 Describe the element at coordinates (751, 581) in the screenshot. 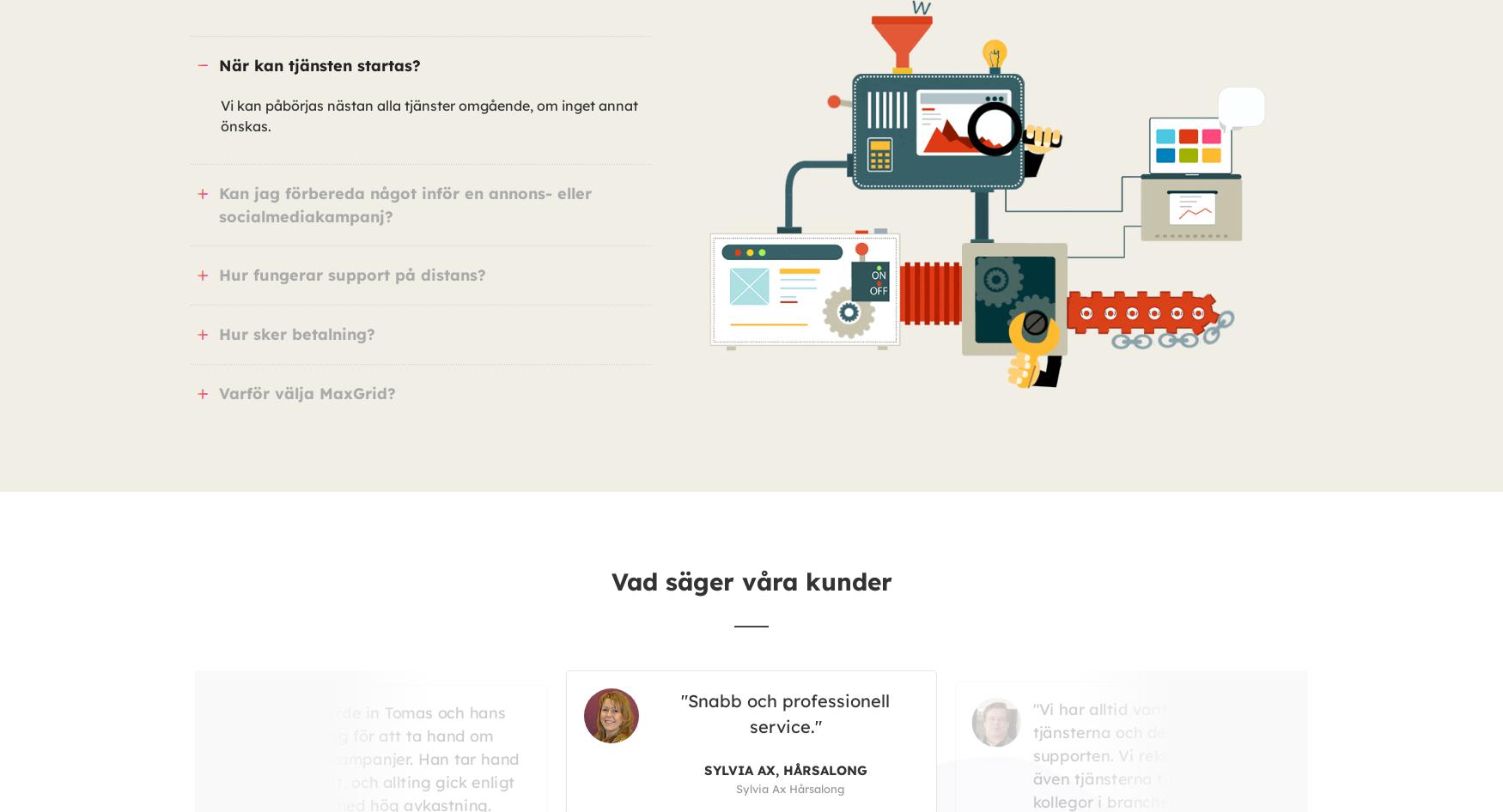

I see `'Vad säger våra kunder'` at that location.